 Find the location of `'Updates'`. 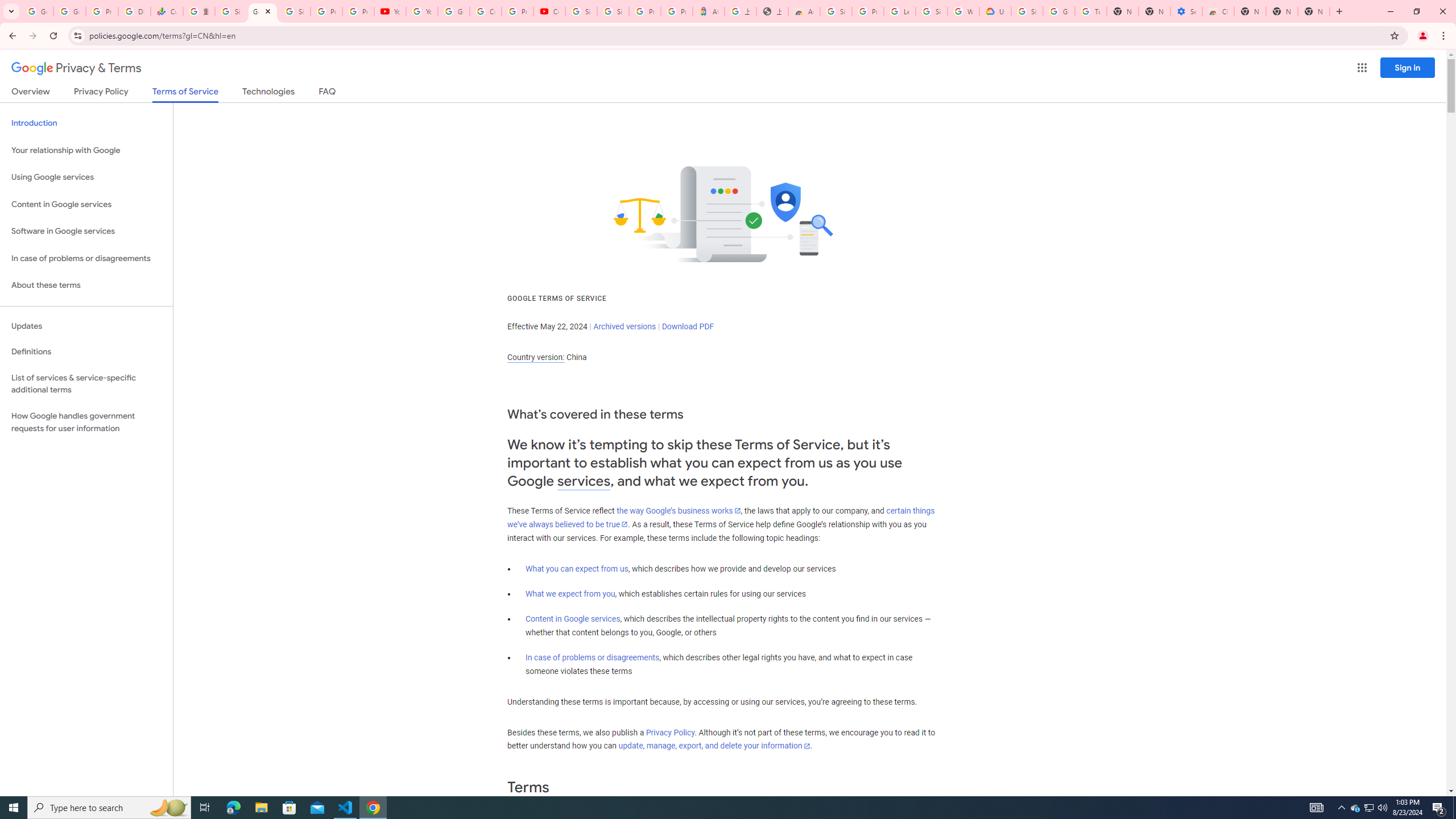

'Updates' is located at coordinates (86, 325).